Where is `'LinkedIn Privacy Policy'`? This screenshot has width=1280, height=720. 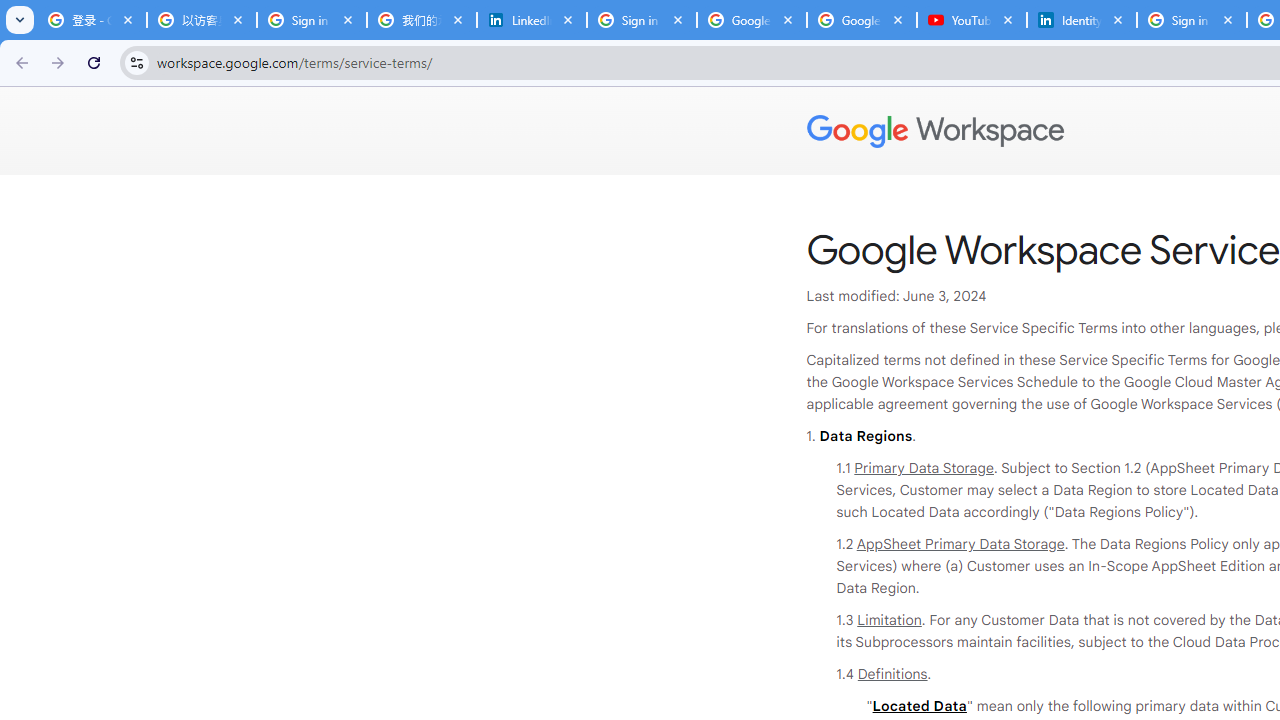 'LinkedIn Privacy Policy' is located at coordinates (532, 20).